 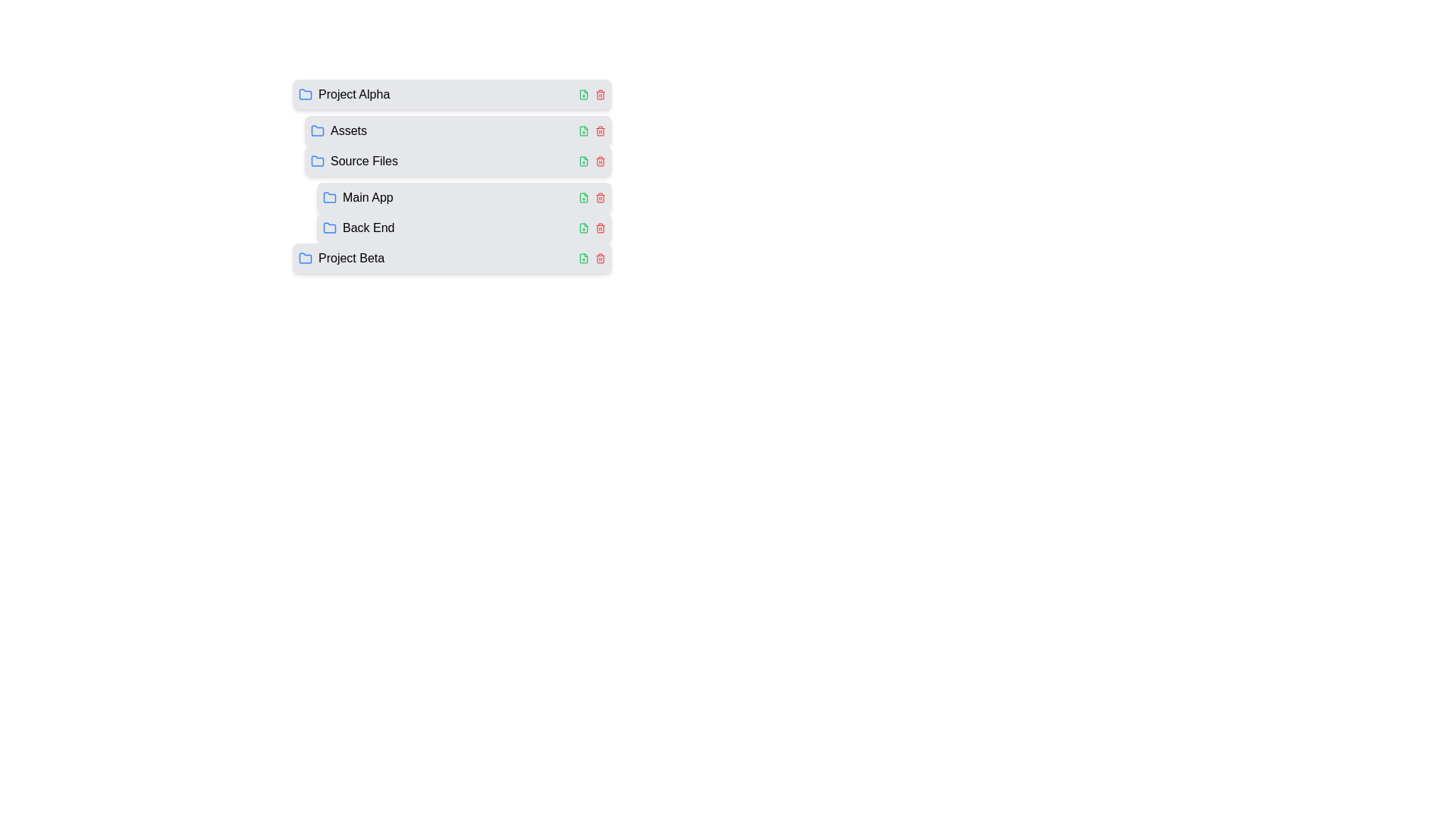 I want to click on the delete icon button located to the far right of the 'Back End' folder row, which allows users to remove associated items, so click(x=600, y=228).